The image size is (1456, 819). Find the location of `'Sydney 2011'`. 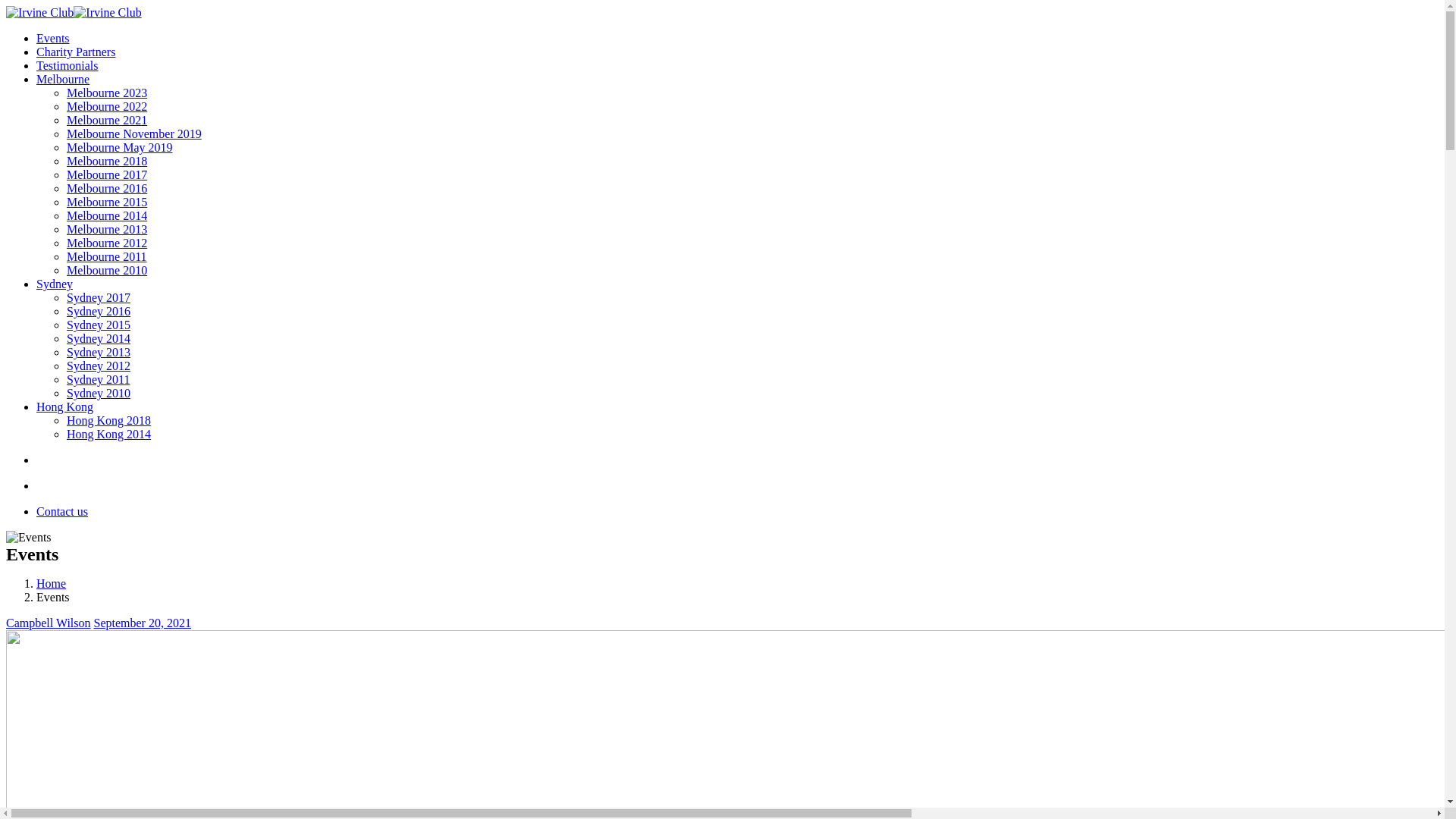

'Sydney 2011' is located at coordinates (97, 378).